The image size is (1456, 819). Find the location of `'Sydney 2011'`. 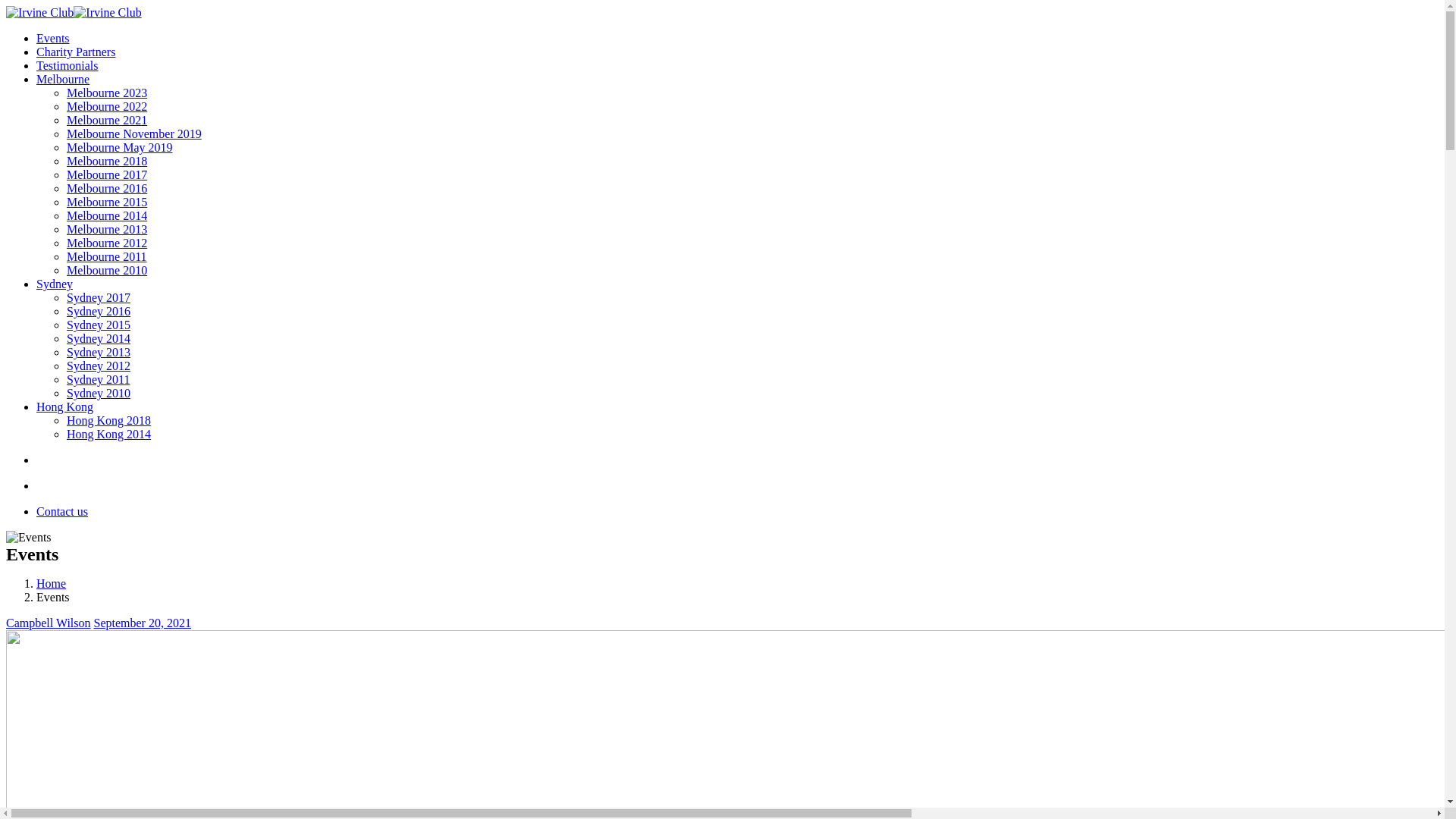

'Sydney 2011' is located at coordinates (97, 378).